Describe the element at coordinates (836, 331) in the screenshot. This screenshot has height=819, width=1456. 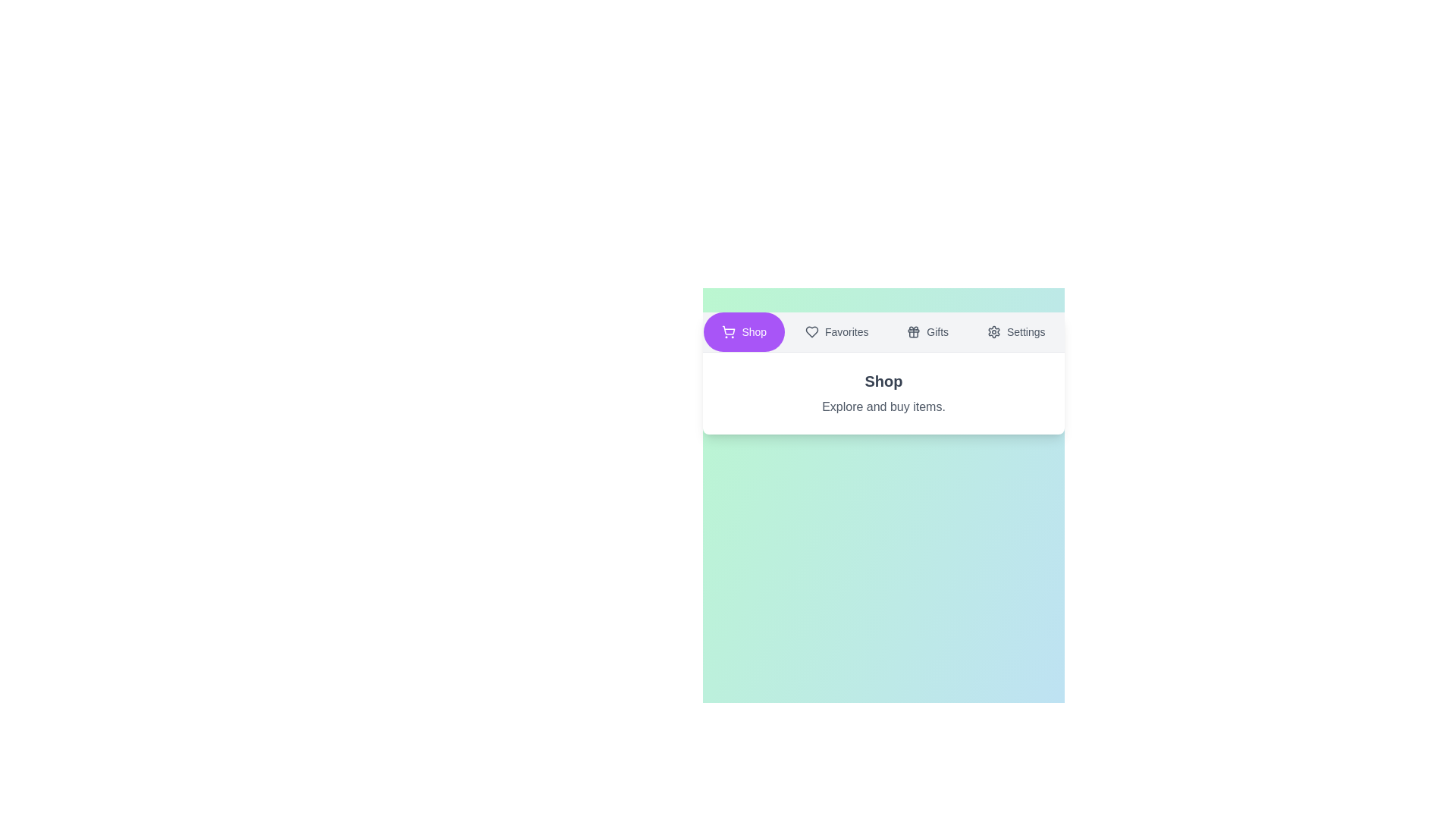
I see `the text label Favorites to select it` at that location.